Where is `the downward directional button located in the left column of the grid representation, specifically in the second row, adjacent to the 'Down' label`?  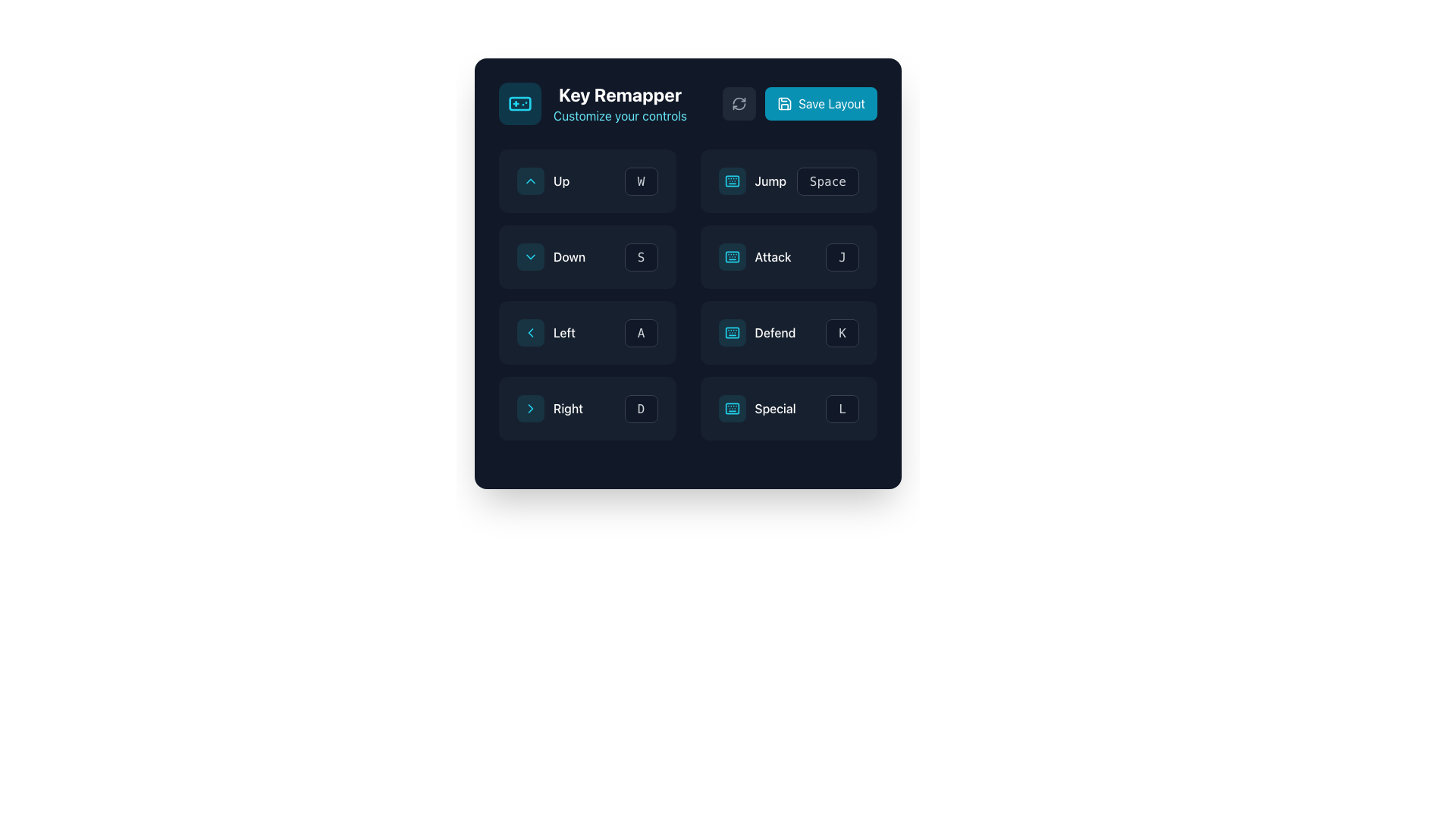
the downward directional button located in the left column of the grid representation, specifically in the second row, adjacent to the 'Down' label is located at coordinates (531, 256).